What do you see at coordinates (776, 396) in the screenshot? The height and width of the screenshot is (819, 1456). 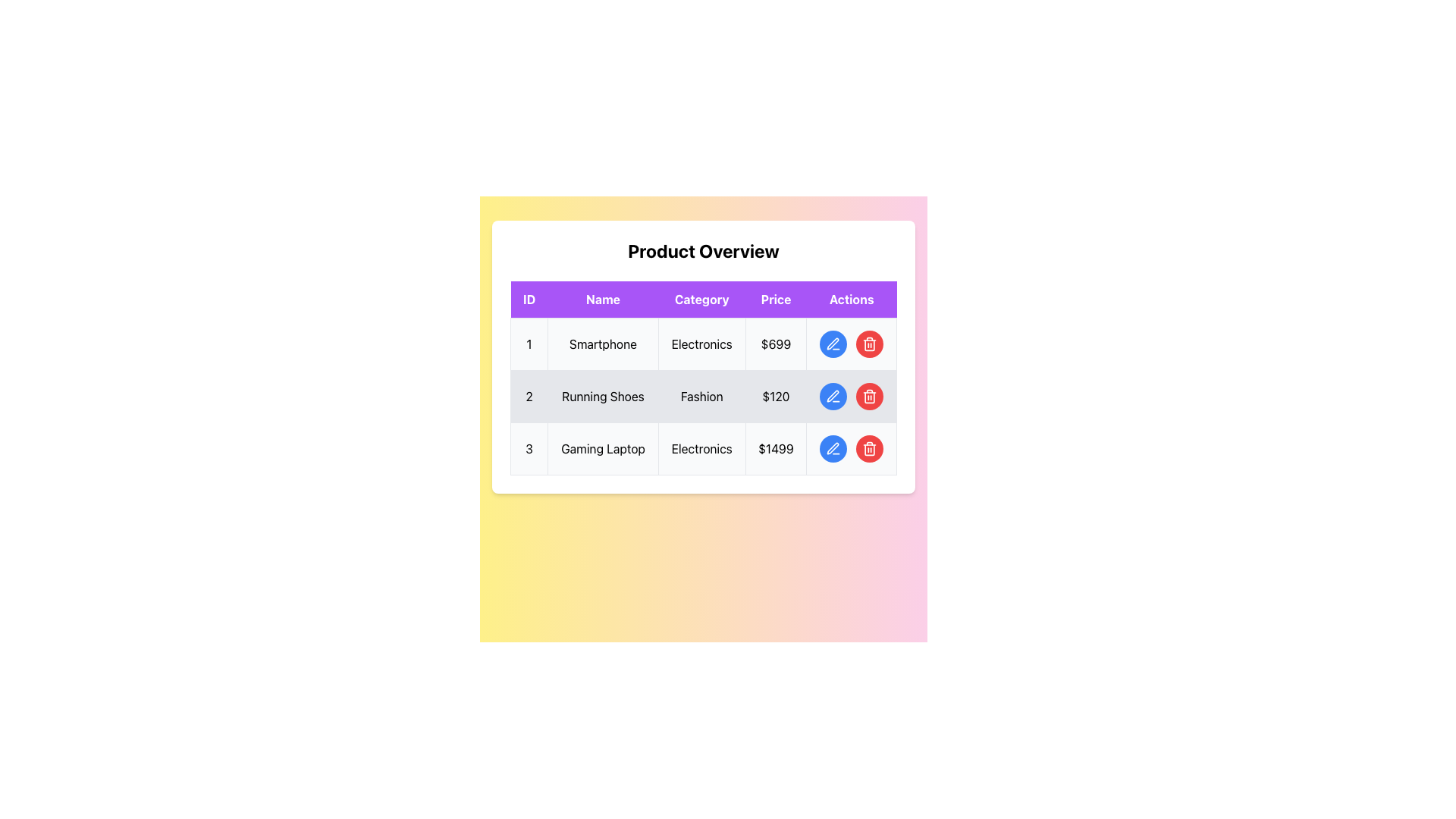 I see `the price cell in the second row of the table, which is located between the 'Fashion' category cell and the actions column` at bounding box center [776, 396].